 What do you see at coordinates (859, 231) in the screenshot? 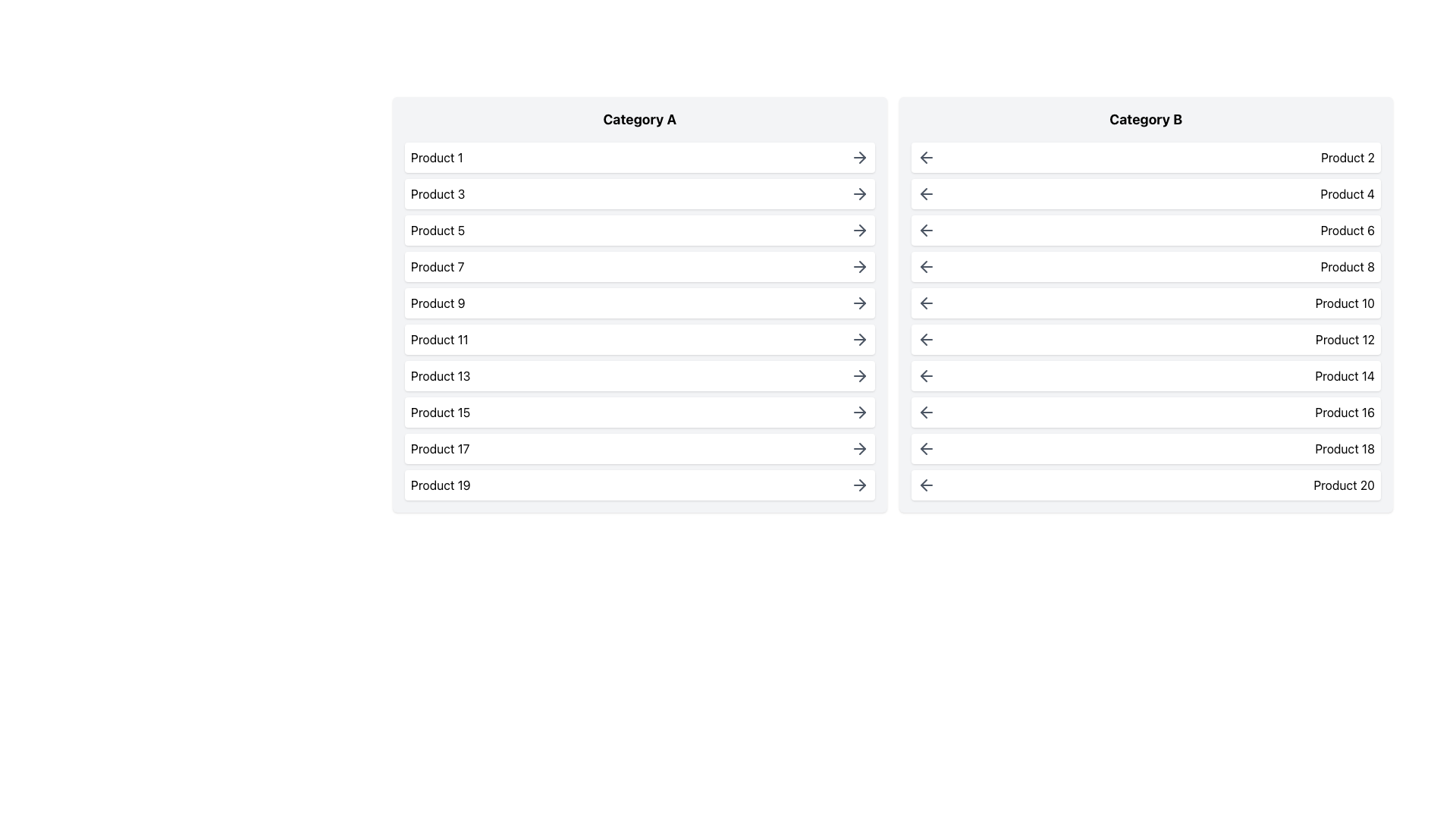
I see `the rightward-pointing arrow icon next to 'Product 5' in the list under 'Category A' to trigger the tooltip or highlight effect` at bounding box center [859, 231].